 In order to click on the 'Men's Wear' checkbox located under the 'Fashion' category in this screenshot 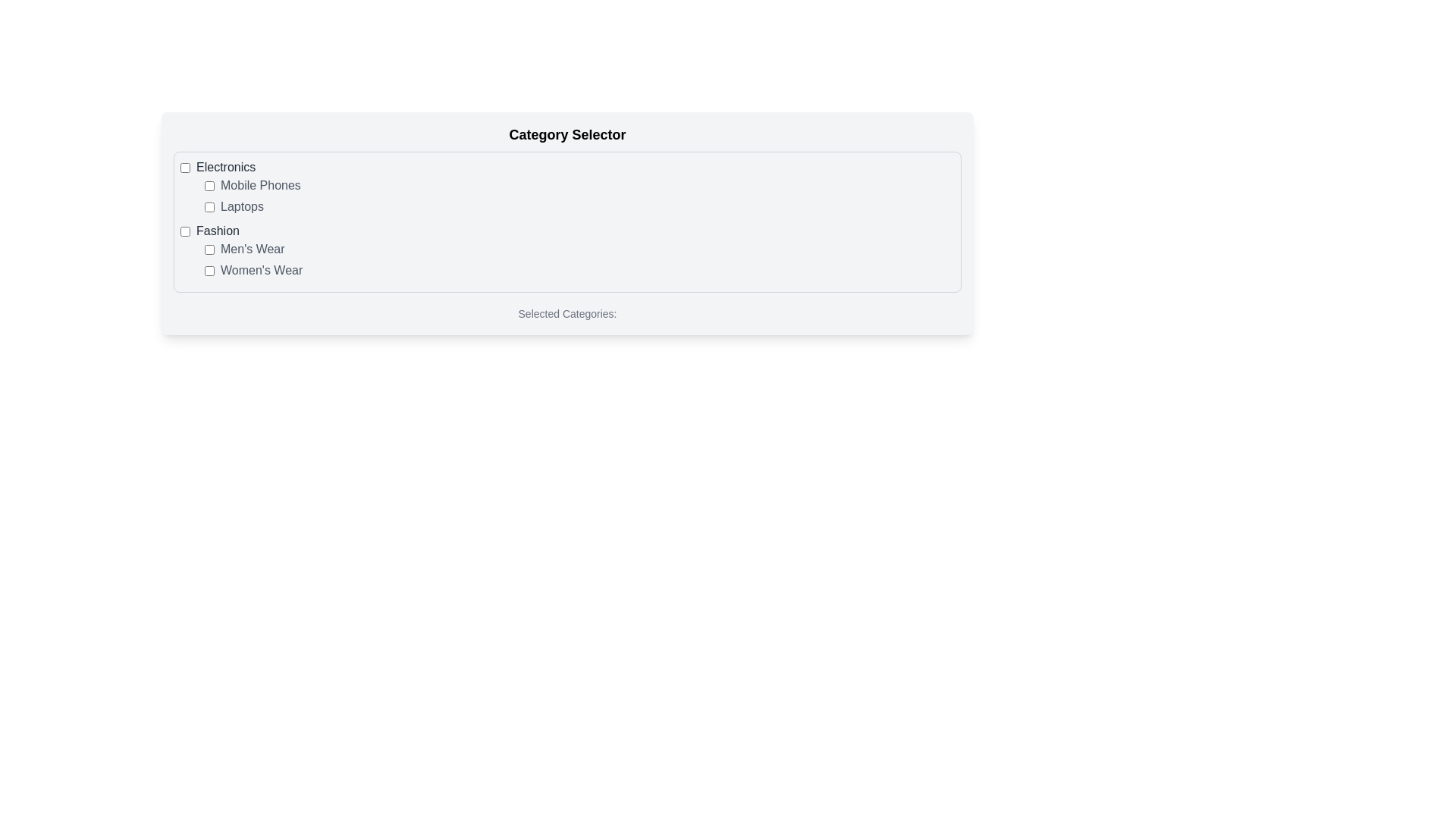, I will do `click(209, 248)`.